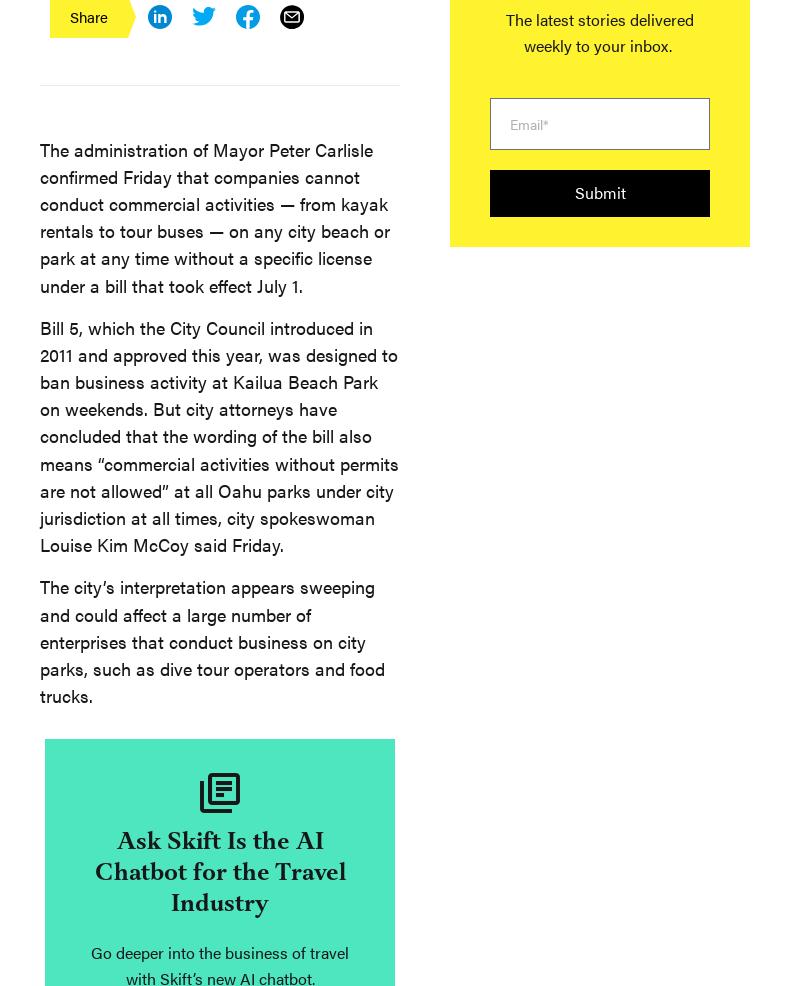 Image resolution: width=800 pixels, height=986 pixels. I want to click on 'Large-scale conflicts can damage tourism beyond the borders where fighting is occurring. Here's a look at the wider impact of war on tourism throughout the world.', so click(251, 782).